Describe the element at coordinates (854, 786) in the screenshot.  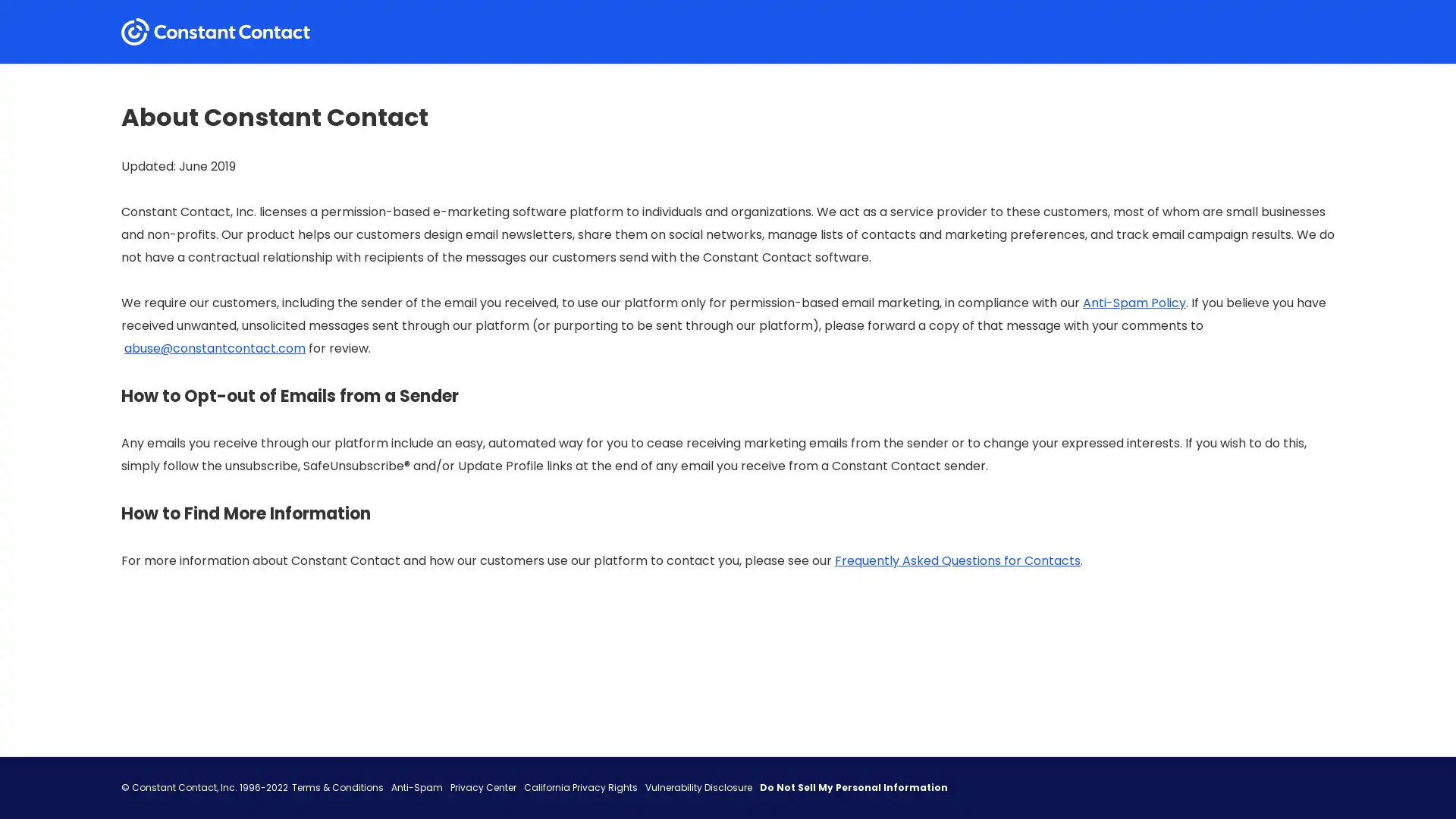
I see `Do Not Sell My Personal Information` at that location.